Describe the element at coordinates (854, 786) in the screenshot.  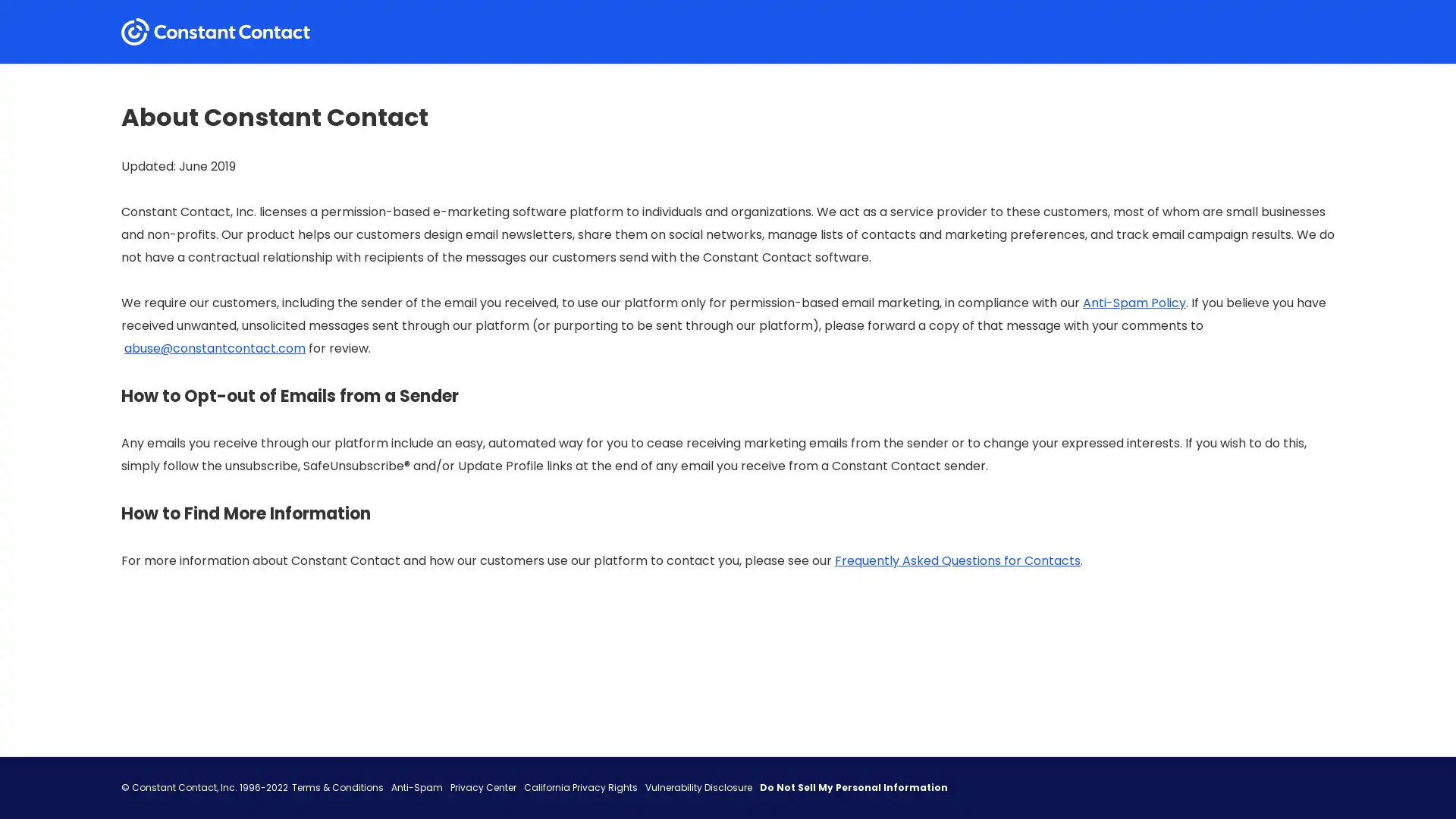
I see `Do Not Sell My Personal Information` at that location.